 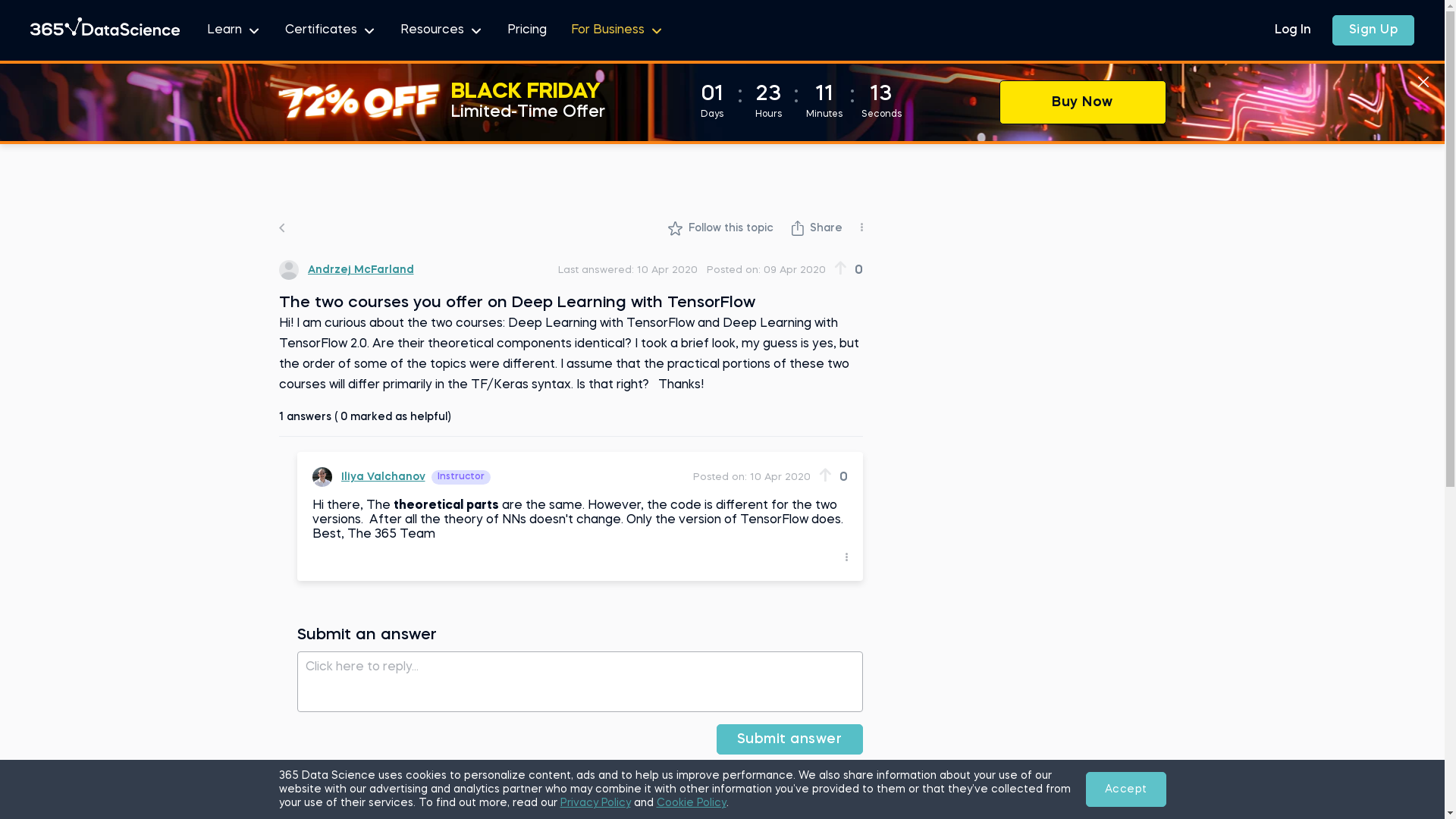 I want to click on 'Log In', so click(x=1291, y=30).